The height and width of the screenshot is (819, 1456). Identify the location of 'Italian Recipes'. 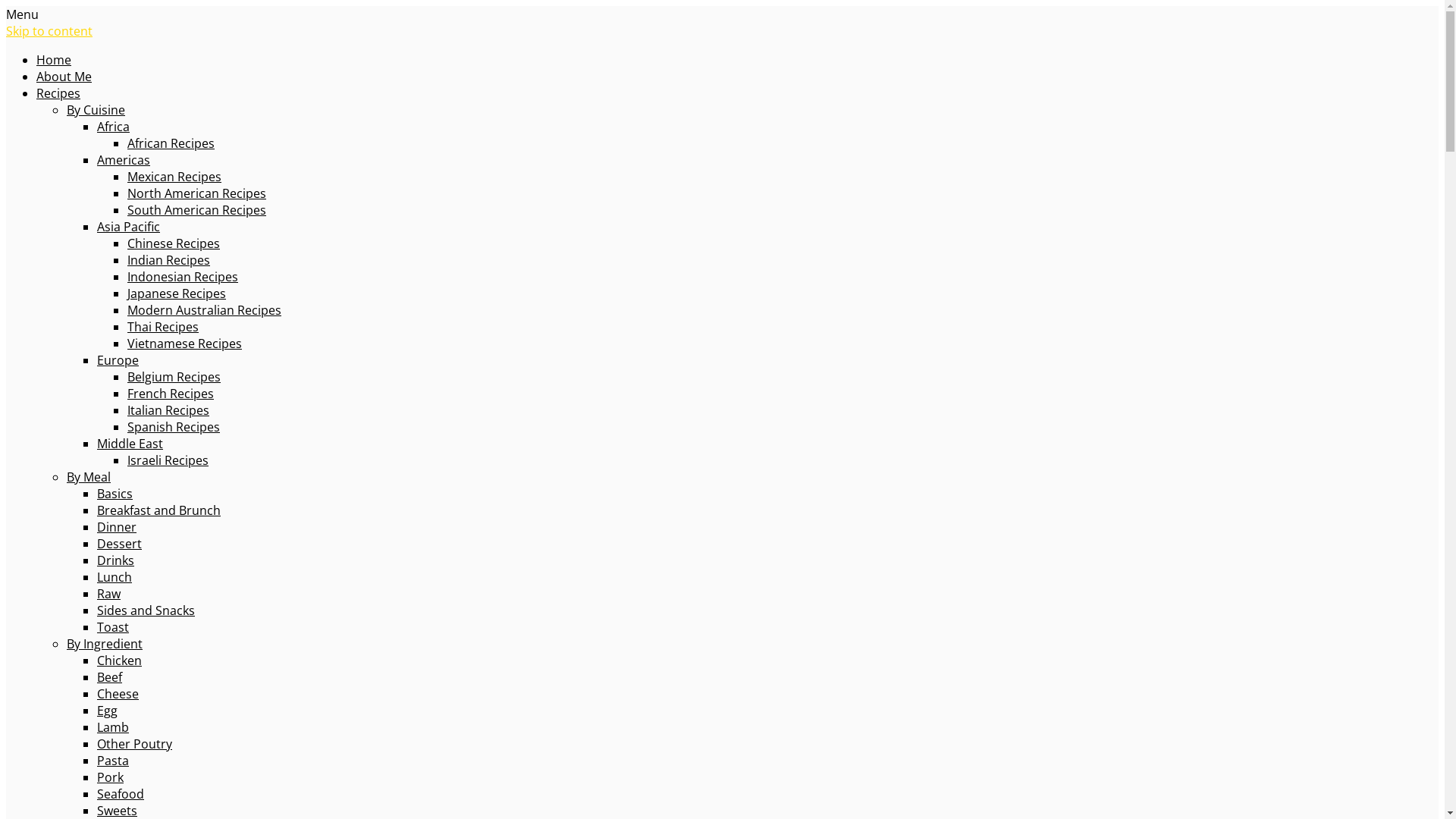
(168, 409).